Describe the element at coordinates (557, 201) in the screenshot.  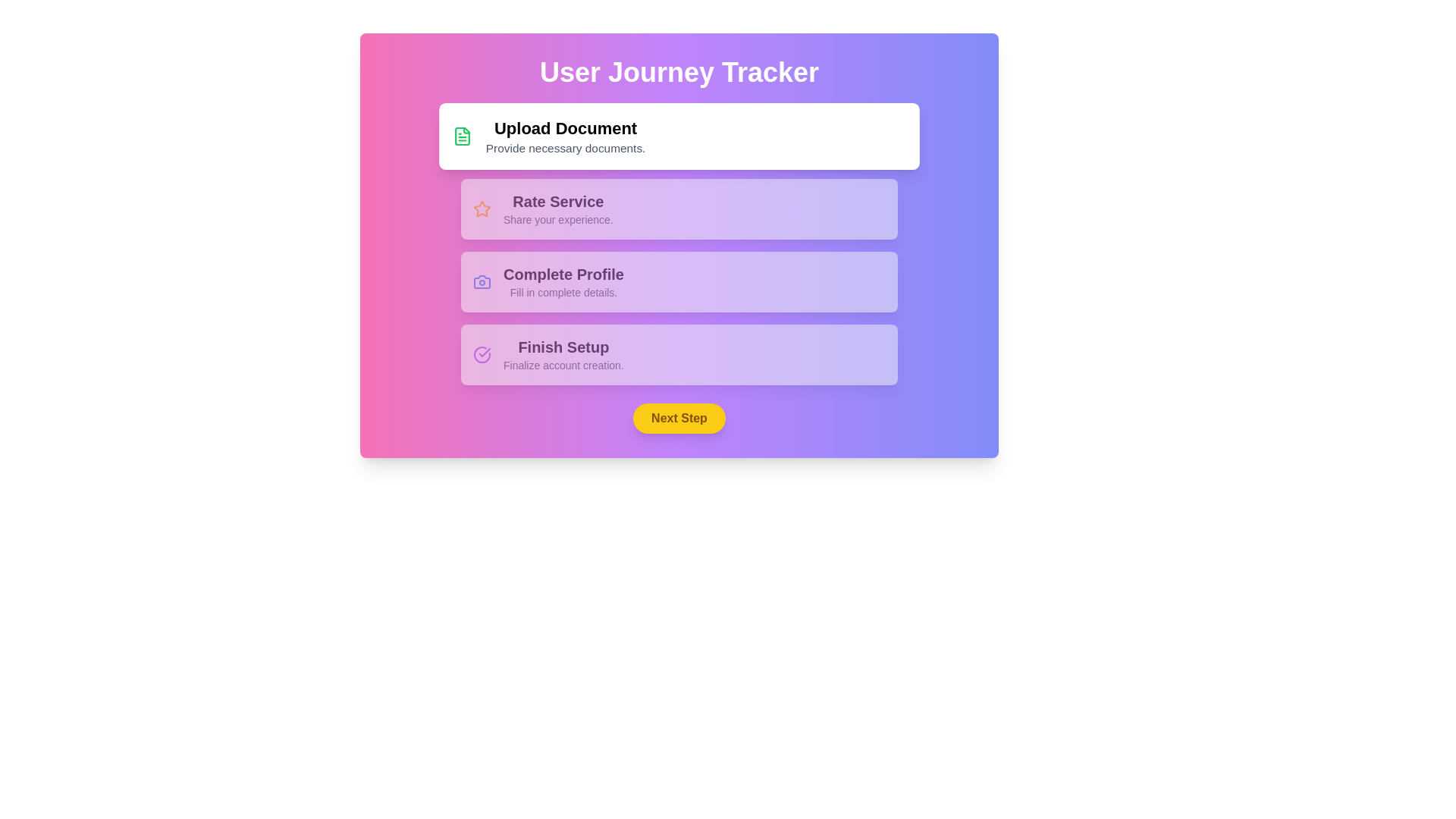
I see `the bold 'Rate Service' text element that is prominently displayed in a larger font size against a light purple background` at that location.